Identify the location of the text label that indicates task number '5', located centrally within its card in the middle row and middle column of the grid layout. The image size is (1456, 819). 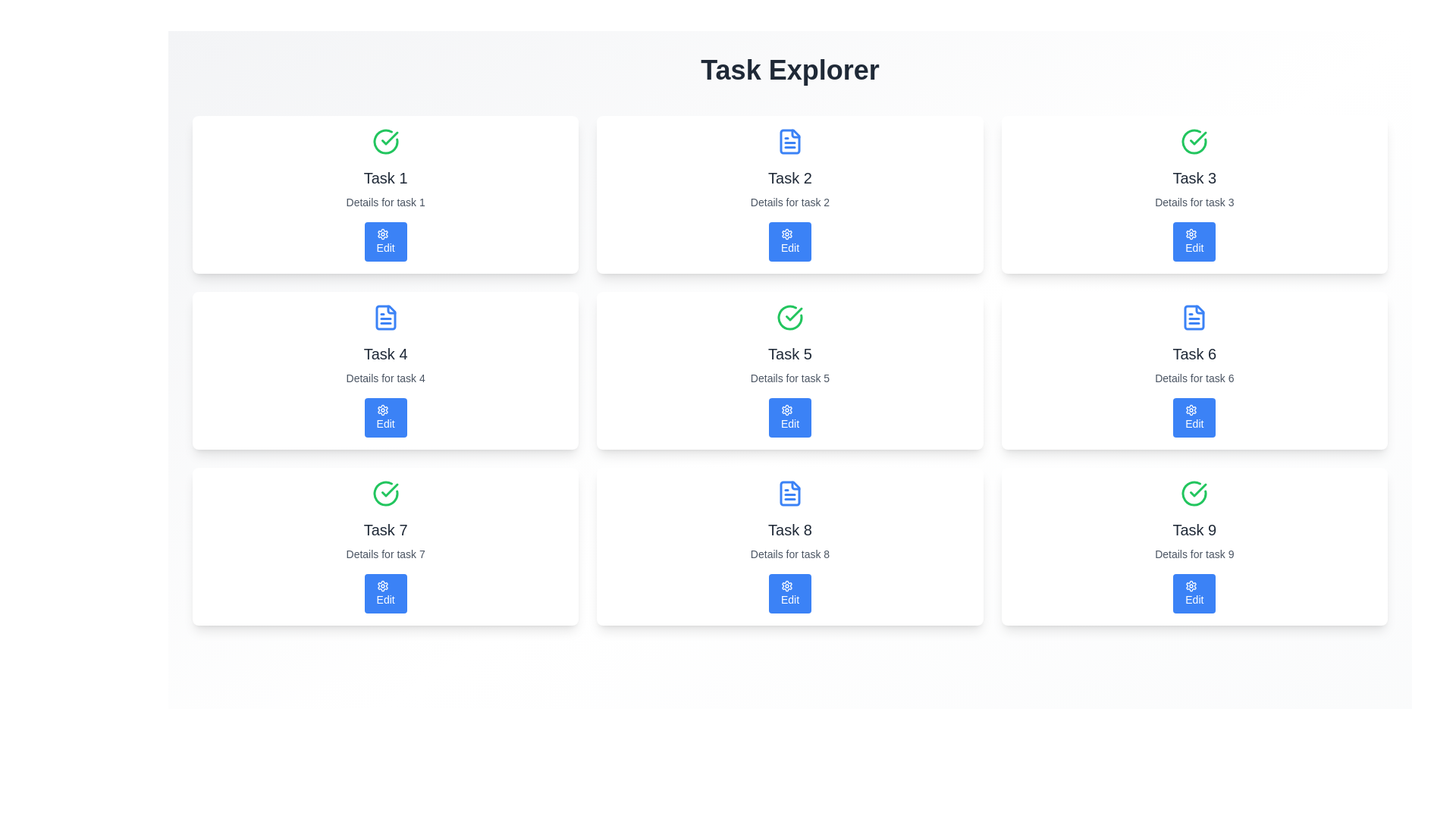
(789, 353).